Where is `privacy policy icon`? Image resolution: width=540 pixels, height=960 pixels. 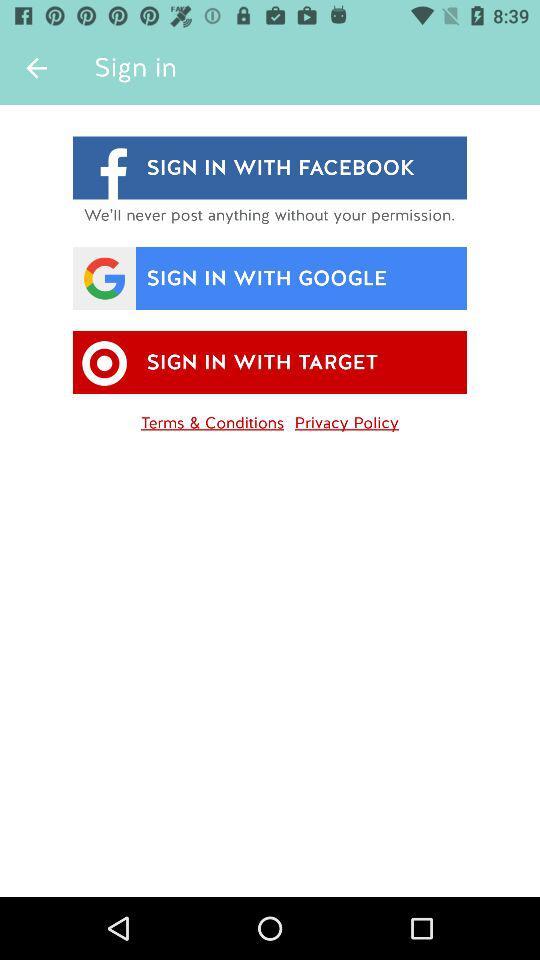 privacy policy icon is located at coordinates (345, 418).